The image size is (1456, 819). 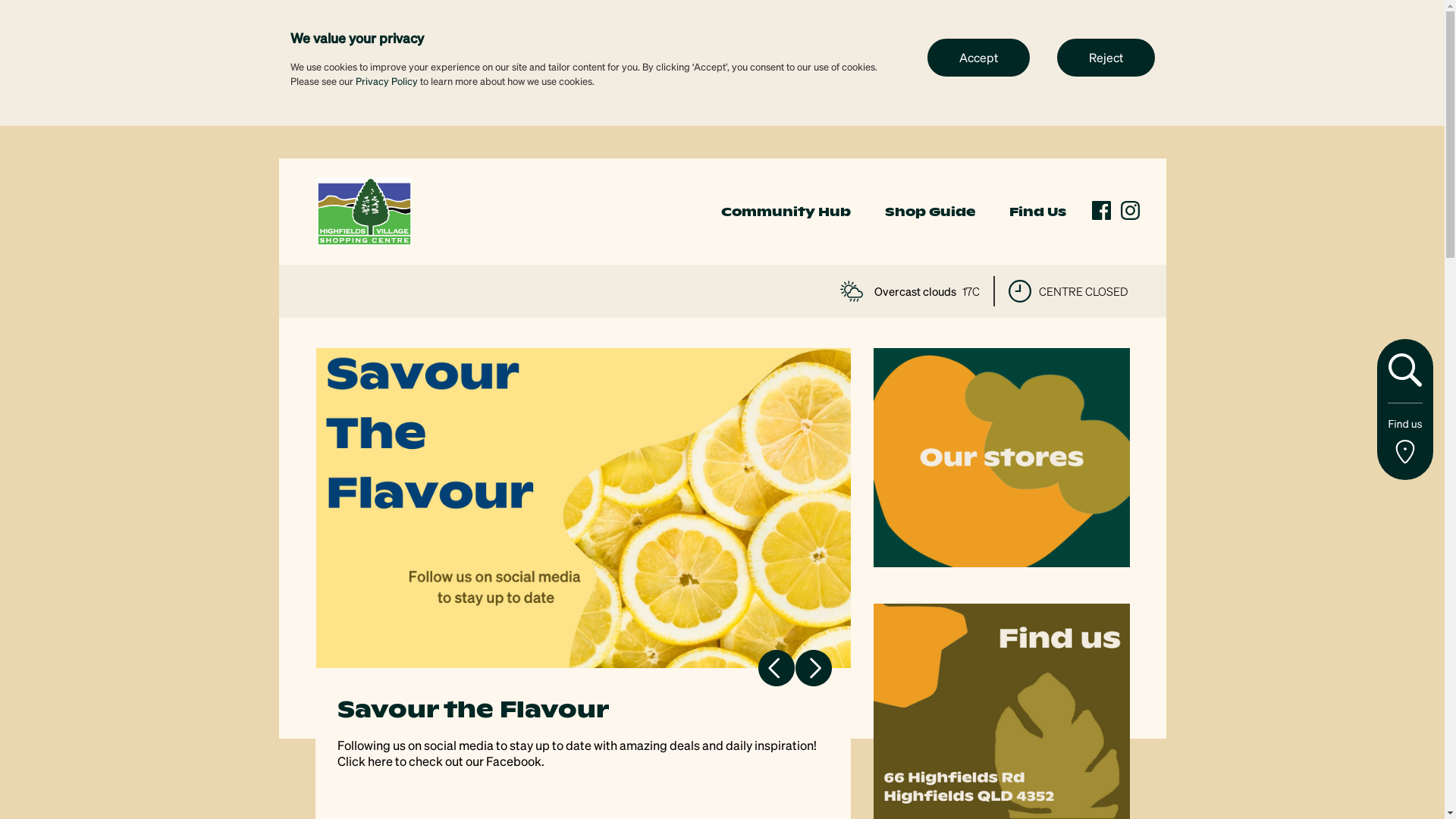 I want to click on 'Shop Guide', so click(x=928, y=212).